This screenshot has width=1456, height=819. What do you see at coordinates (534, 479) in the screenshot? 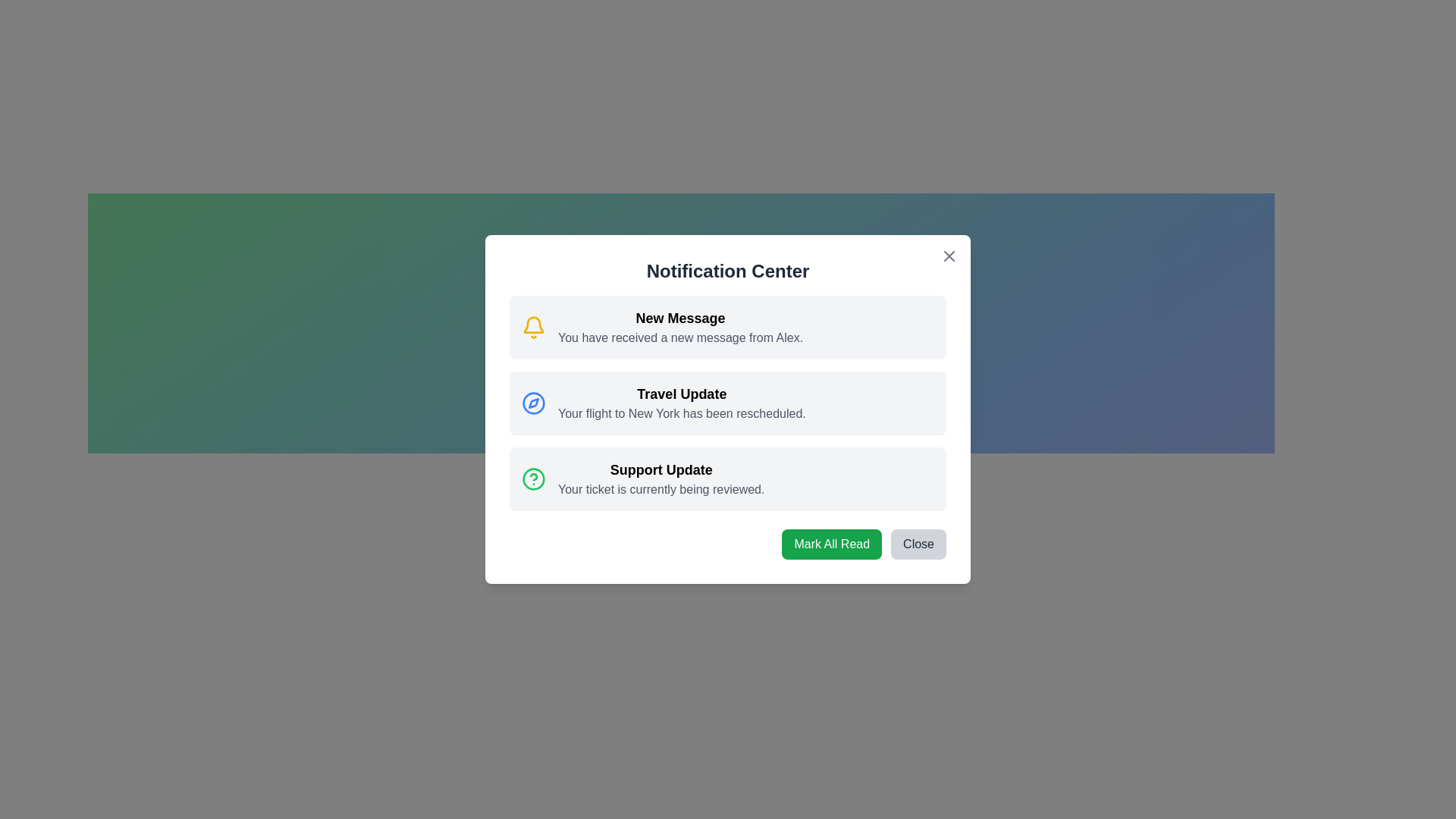
I see `the green circular SVG element located within the third notification item of the 'Notification Center' modal, positioned just above the action buttons` at bounding box center [534, 479].